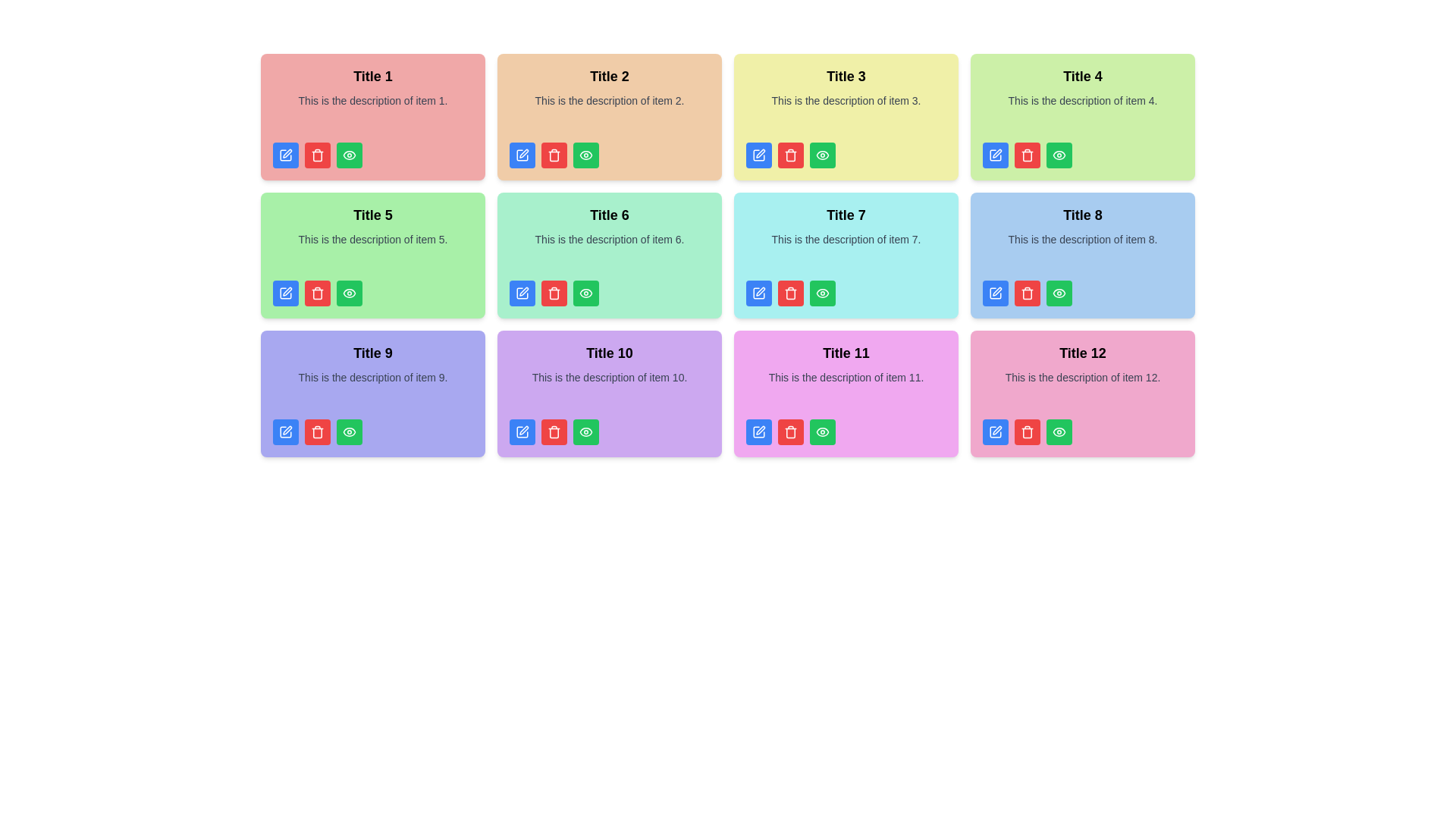 The height and width of the screenshot is (819, 1456). Describe the element at coordinates (348, 431) in the screenshot. I see `the third button in the row below the card labeled 'Title 9'` at that location.